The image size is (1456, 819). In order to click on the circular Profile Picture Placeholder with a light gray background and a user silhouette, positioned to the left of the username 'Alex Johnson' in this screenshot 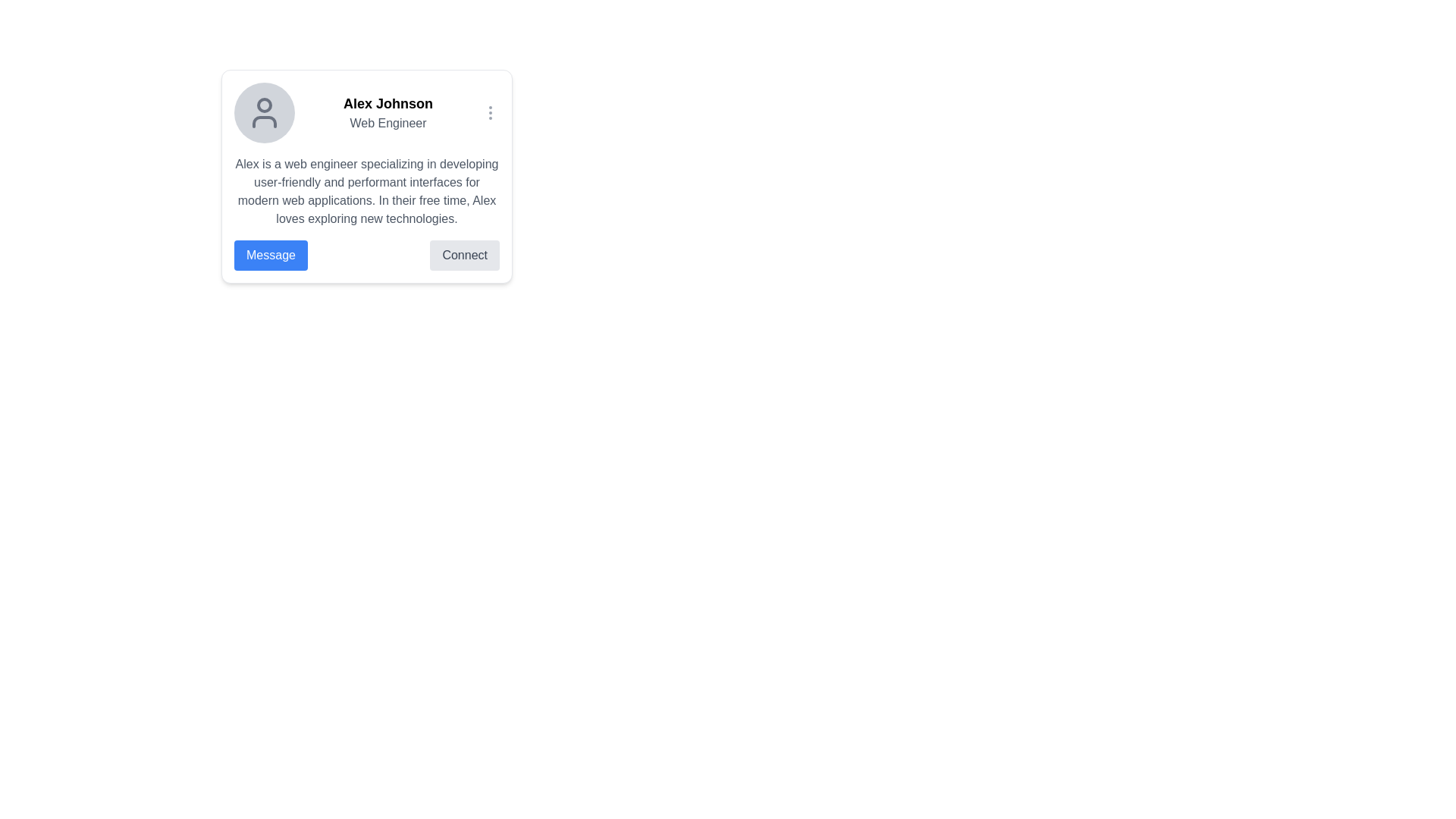, I will do `click(265, 112)`.